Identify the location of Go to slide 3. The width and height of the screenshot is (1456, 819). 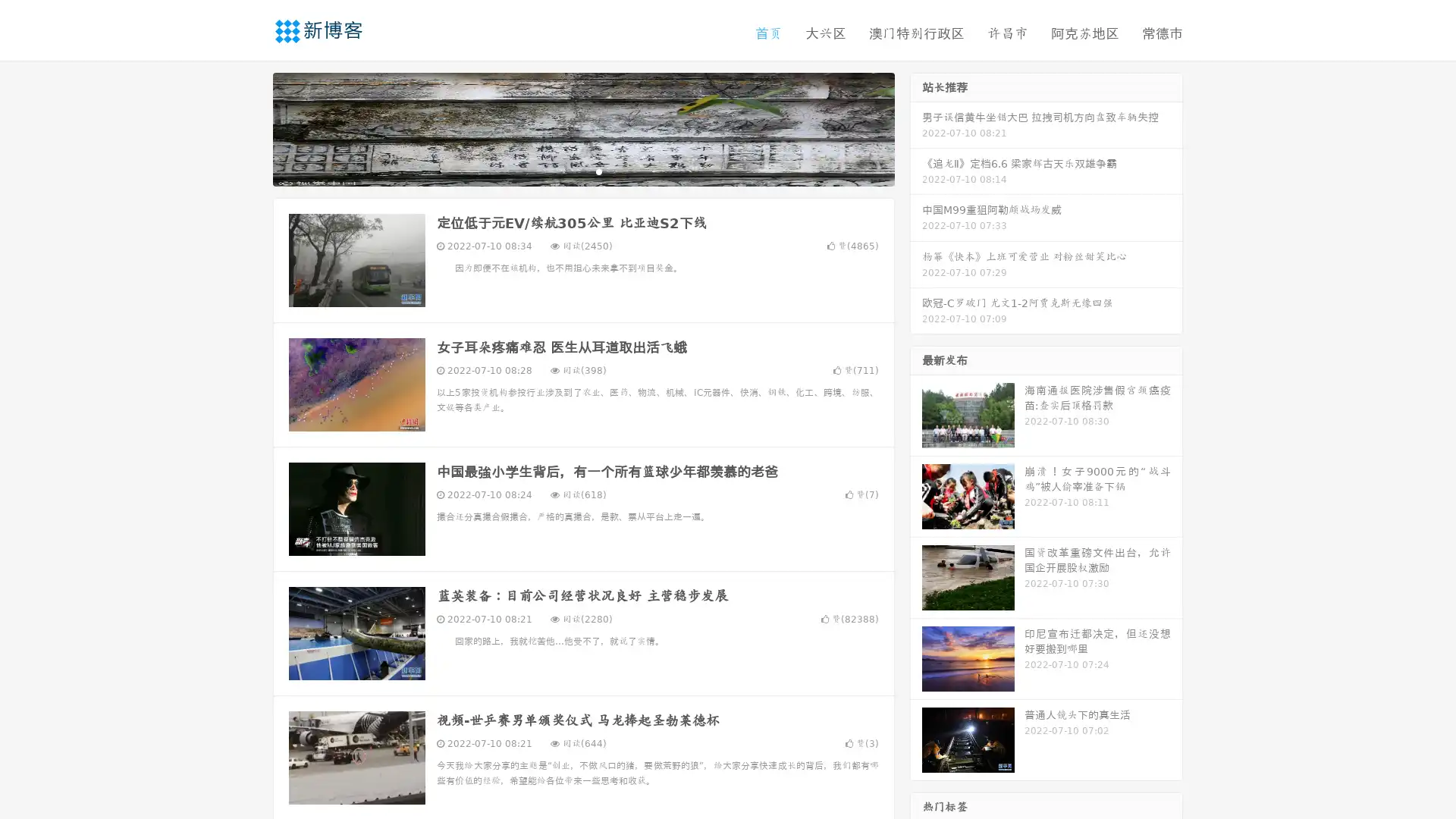
(598, 171).